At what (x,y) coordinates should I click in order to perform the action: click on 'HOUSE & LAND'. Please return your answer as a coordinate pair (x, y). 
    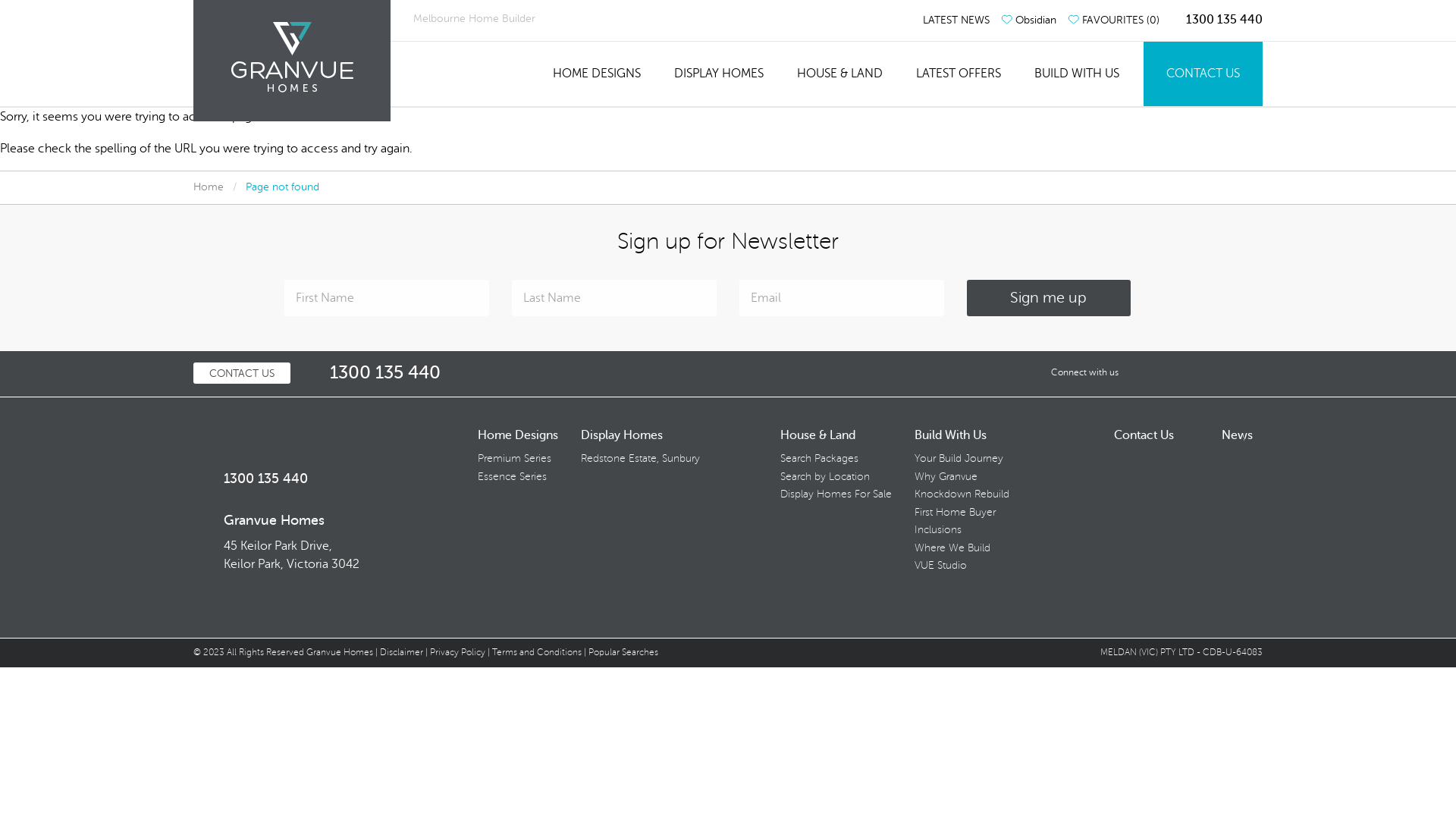
    Looking at the image, I should click on (780, 74).